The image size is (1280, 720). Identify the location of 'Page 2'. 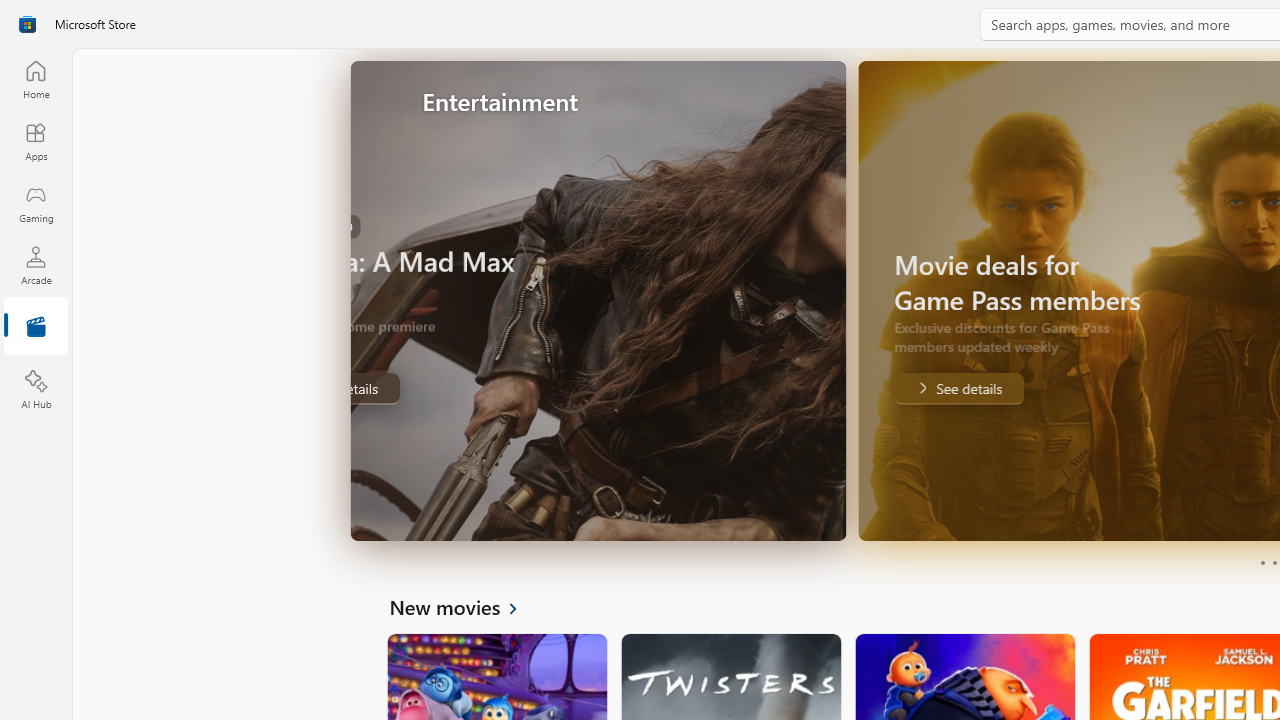
(1273, 563).